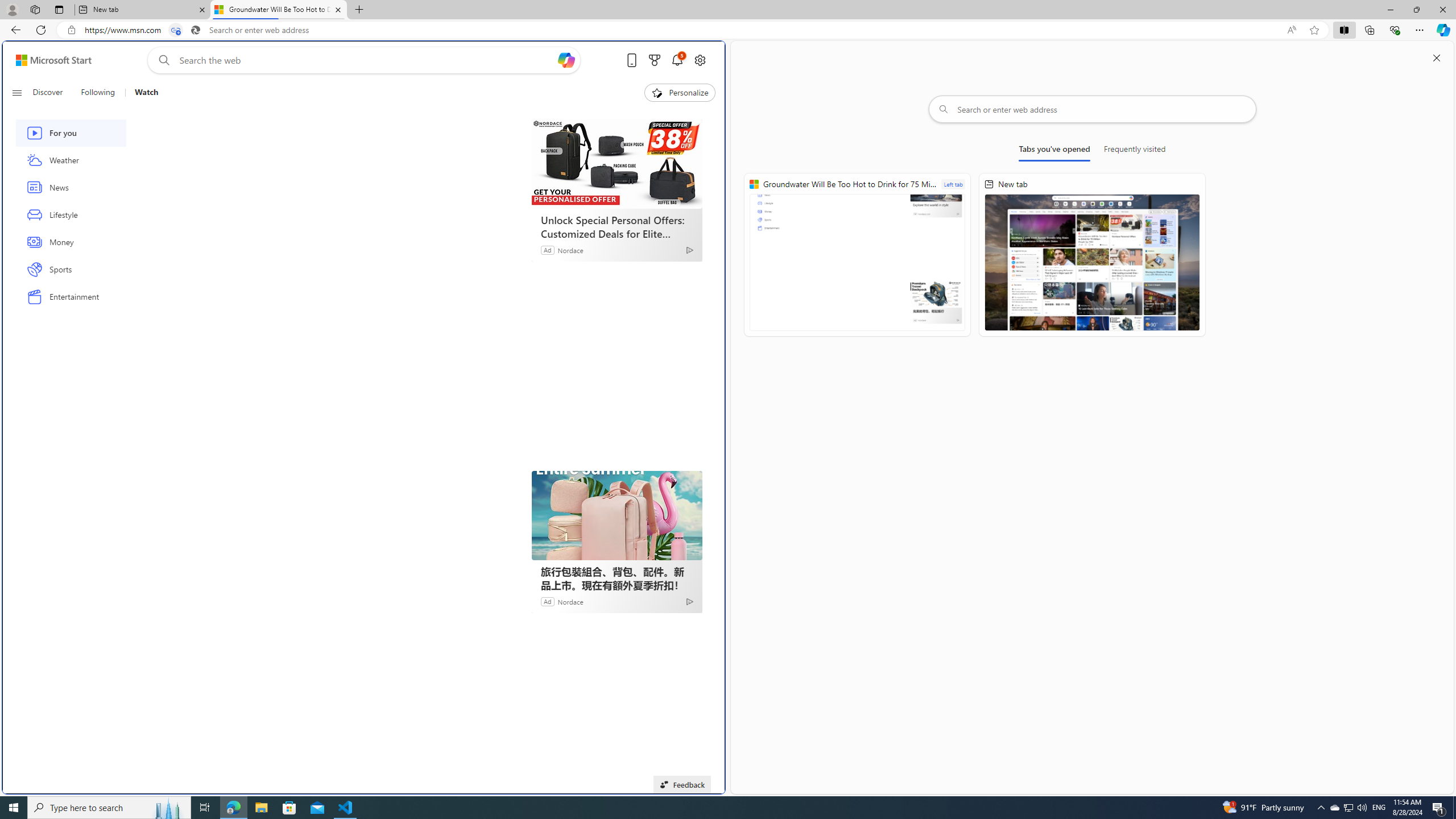 This screenshot has height=819, width=1456. Describe the element at coordinates (146, 92) in the screenshot. I see `'Watch'` at that location.